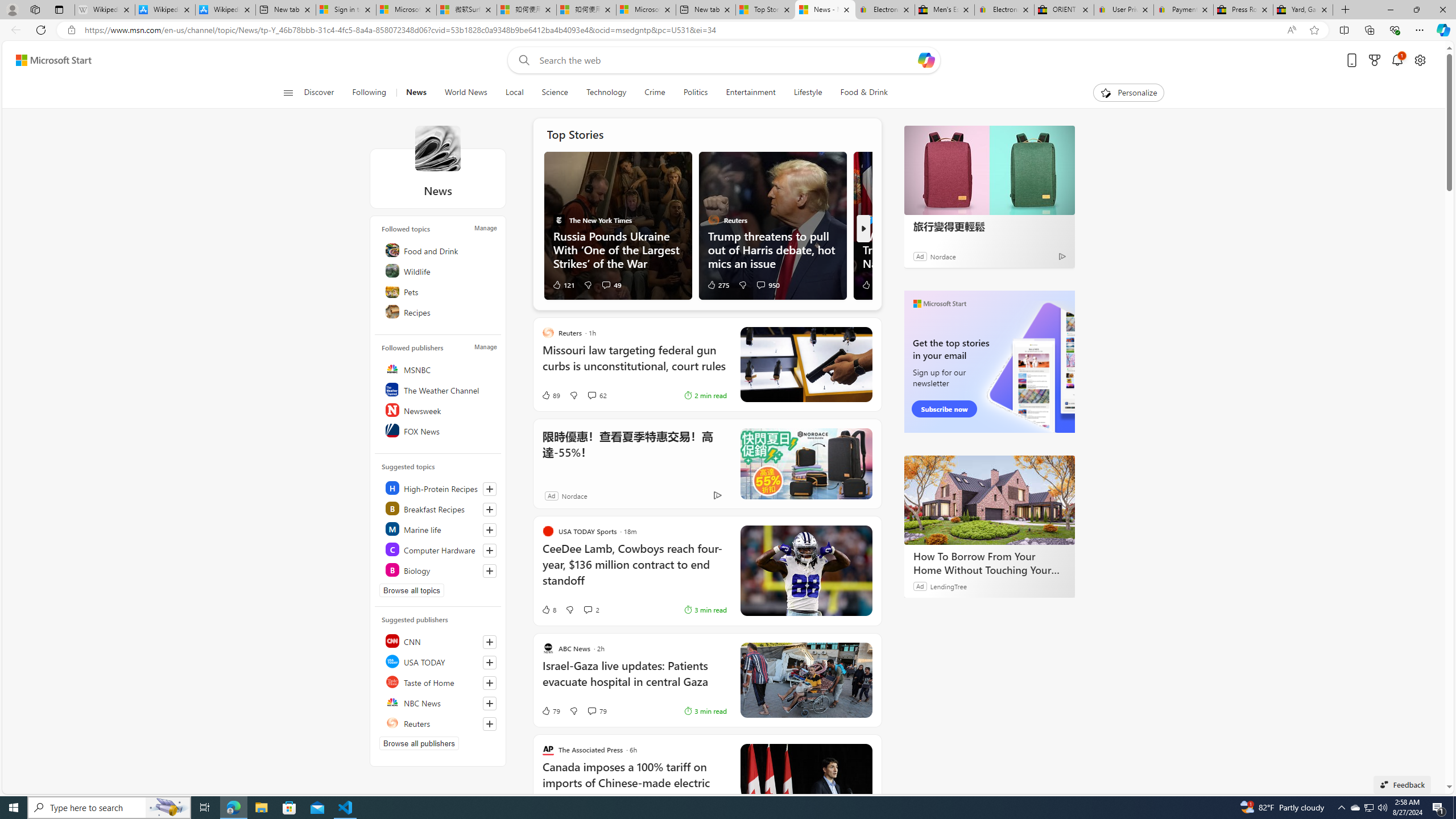 Image resolution: width=1456 pixels, height=819 pixels. What do you see at coordinates (489, 570) in the screenshot?
I see `'Follow this topic'` at bounding box center [489, 570].